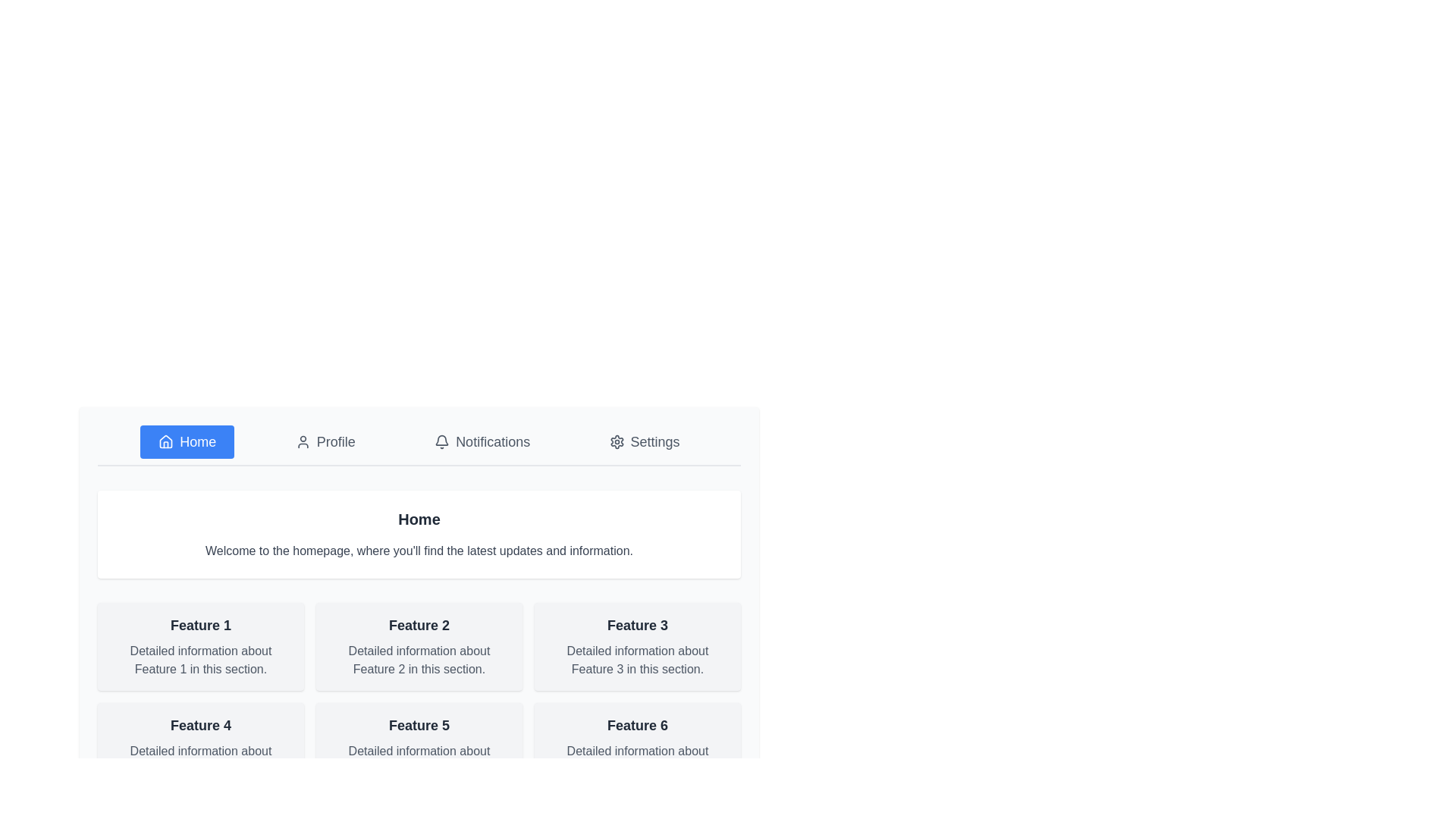  I want to click on information displayed on the detailed informational card for 'Feature 4', located in the second row, first column of the grid layout, so click(199, 745).